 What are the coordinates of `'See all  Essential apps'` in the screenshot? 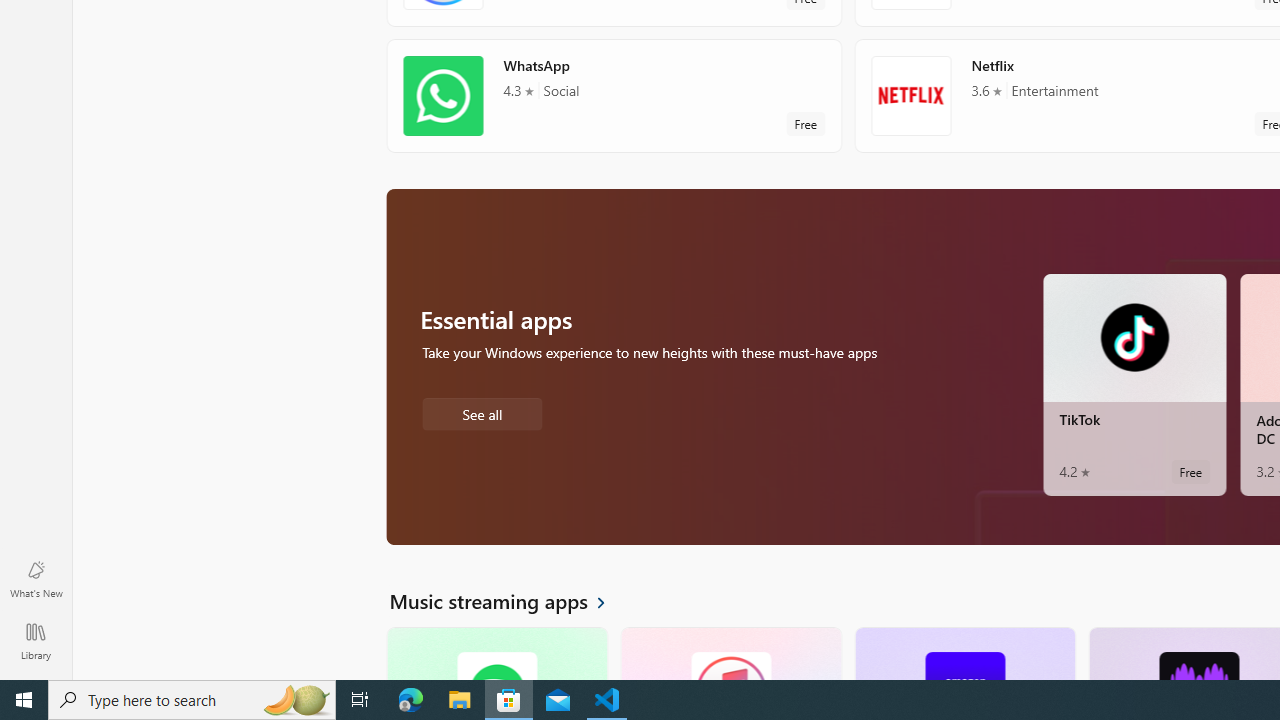 It's located at (481, 411).